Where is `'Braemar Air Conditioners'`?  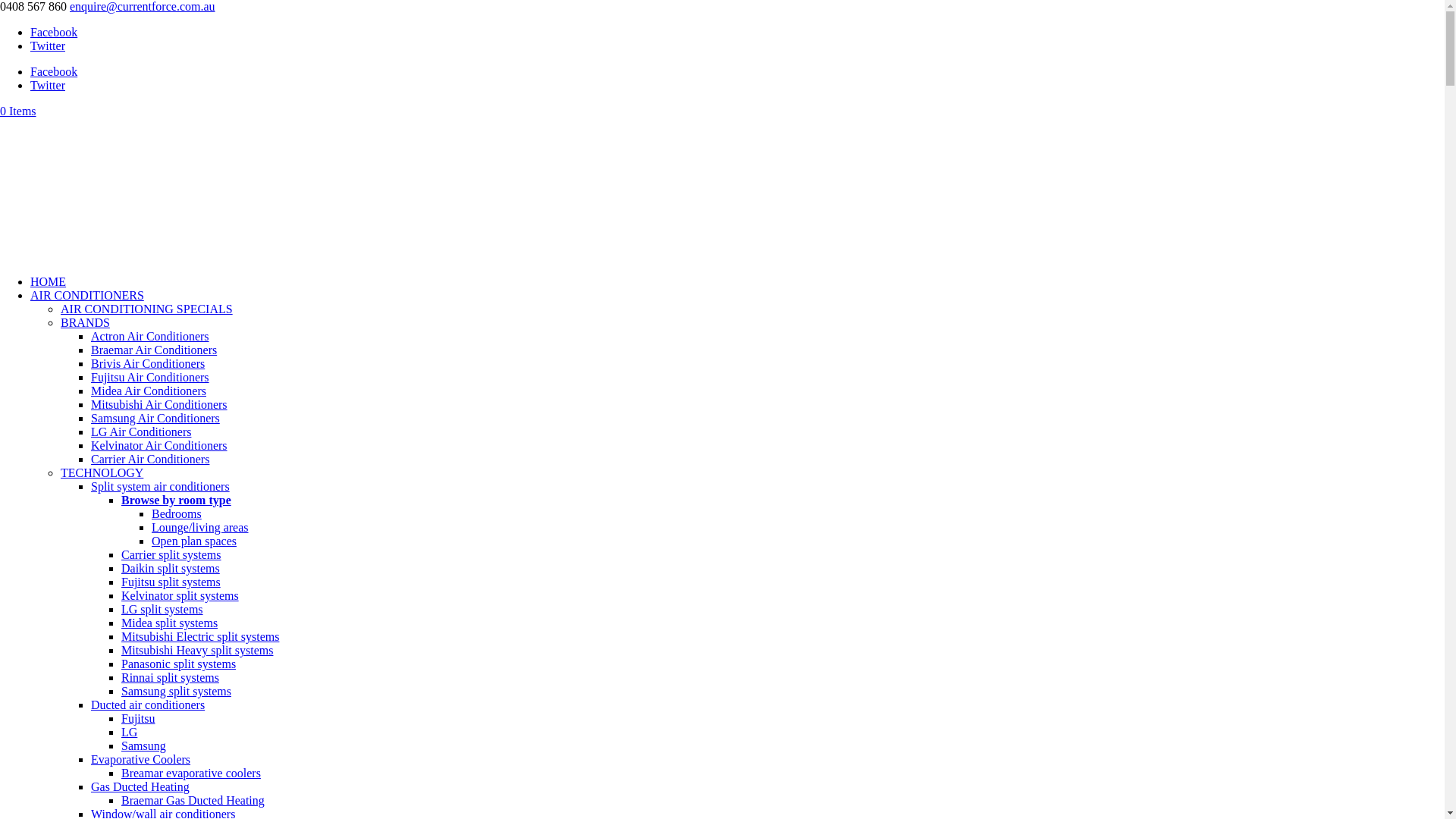 'Braemar Air Conditioners' is located at coordinates (90, 350).